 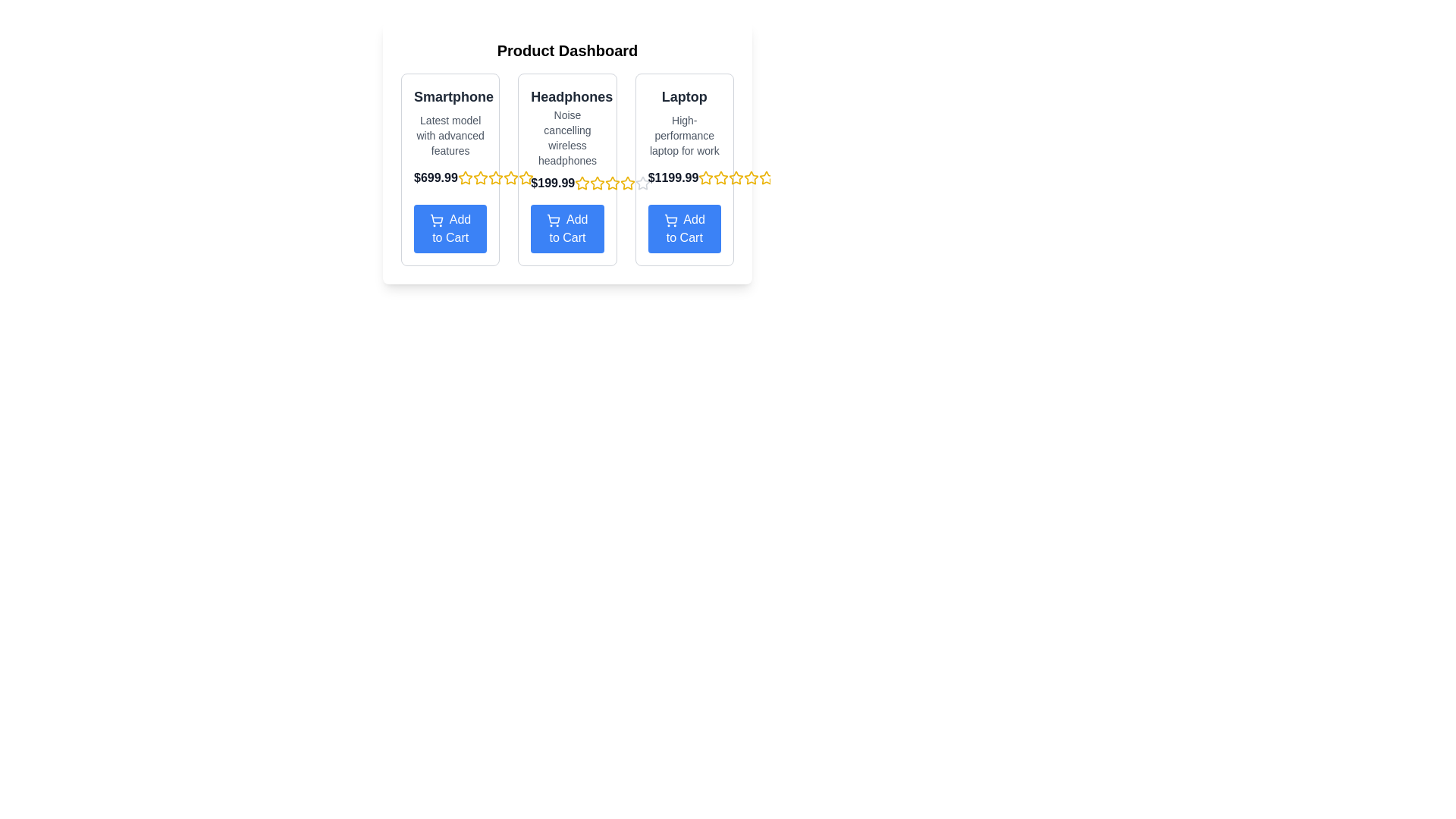 I want to click on the first star icon in the rating widget below the 'Headphones' product to rate it, so click(x=582, y=183).